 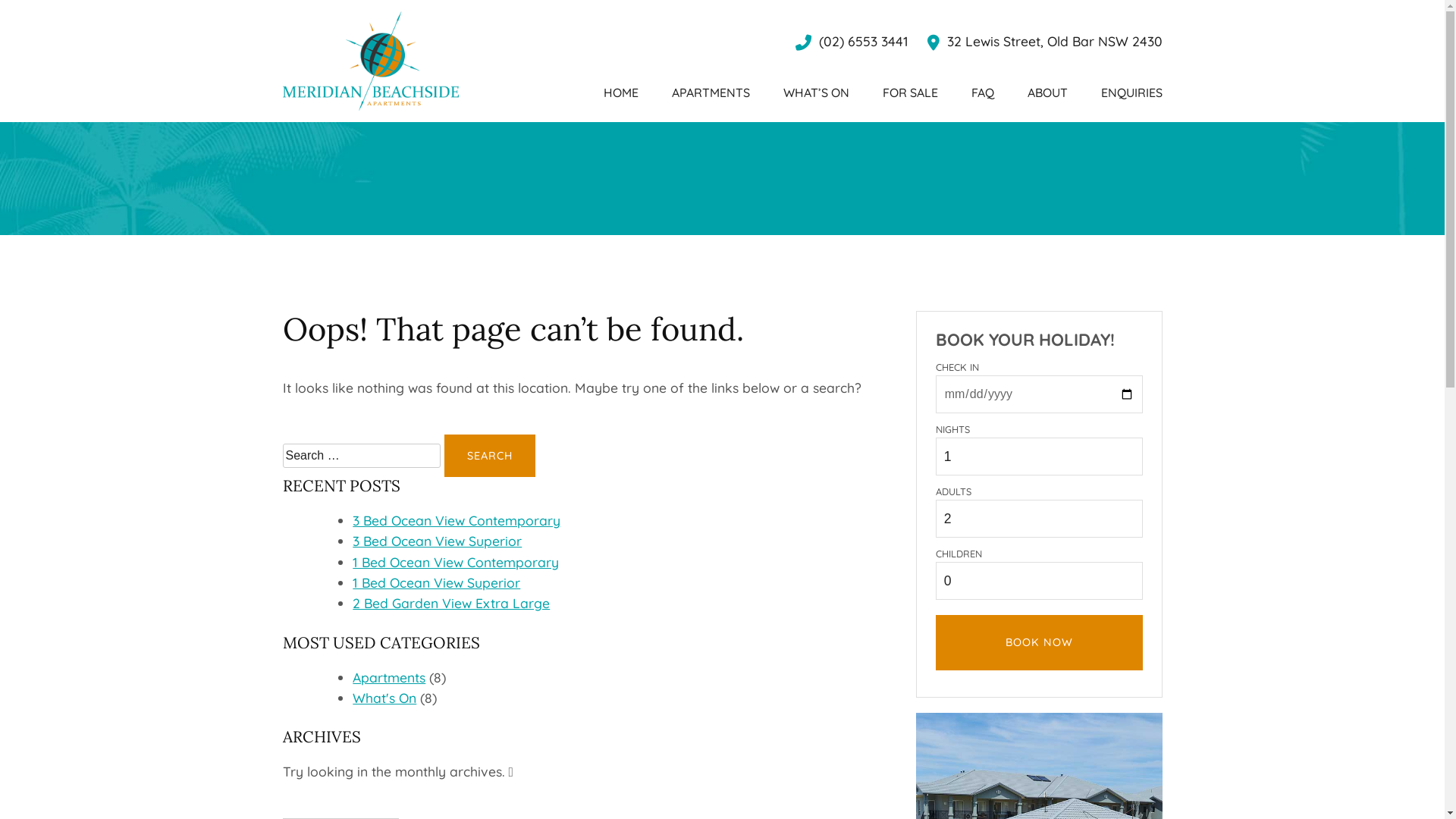 I want to click on 'FOR SALE', so click(x=910, y=93).